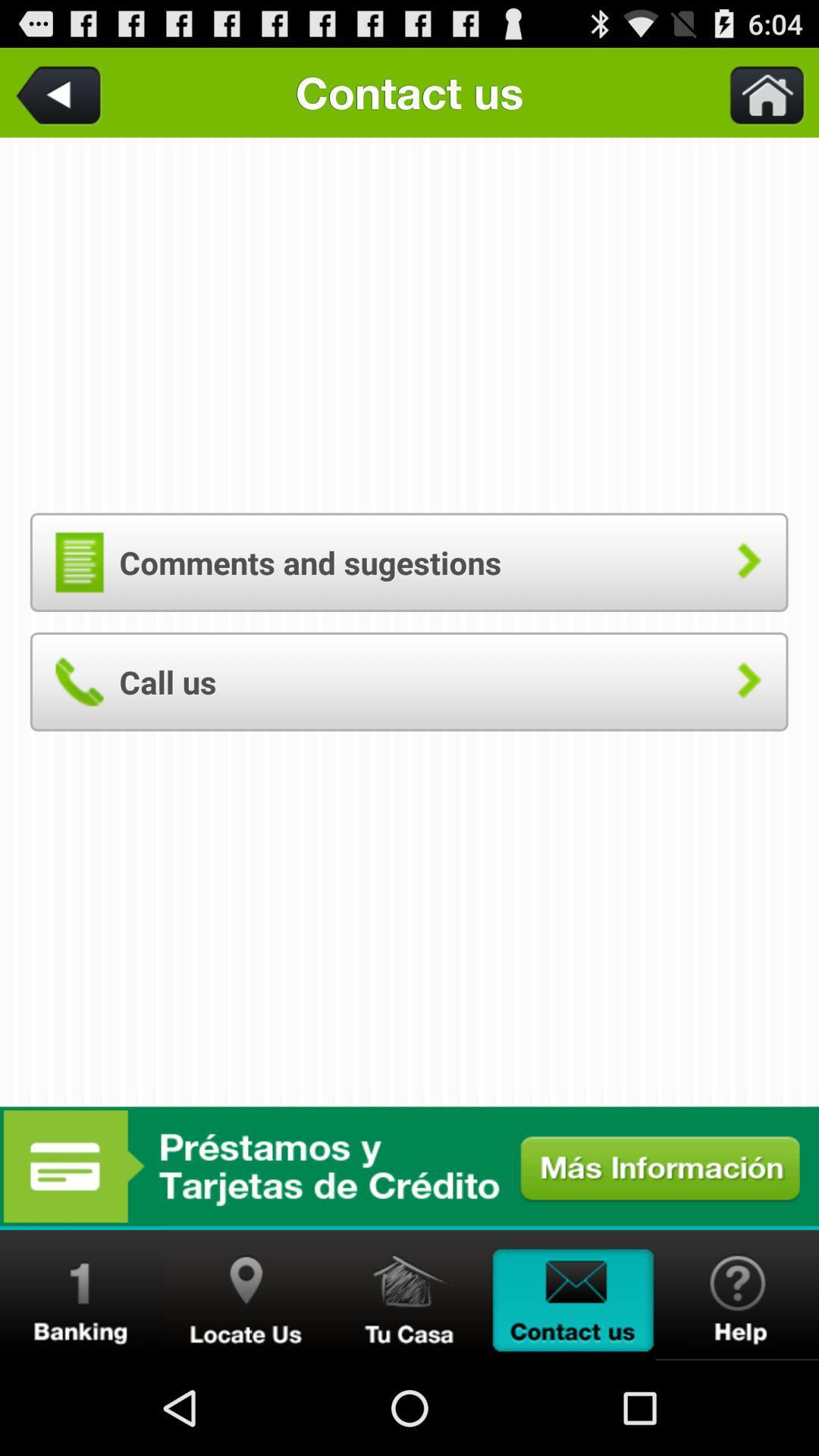 The width and height of the screenshot is (819, 1456). What do you see at coordinates (61, 92) in the screenshot?
I see `app next to the contact us app` at bounding box center [61, 92].